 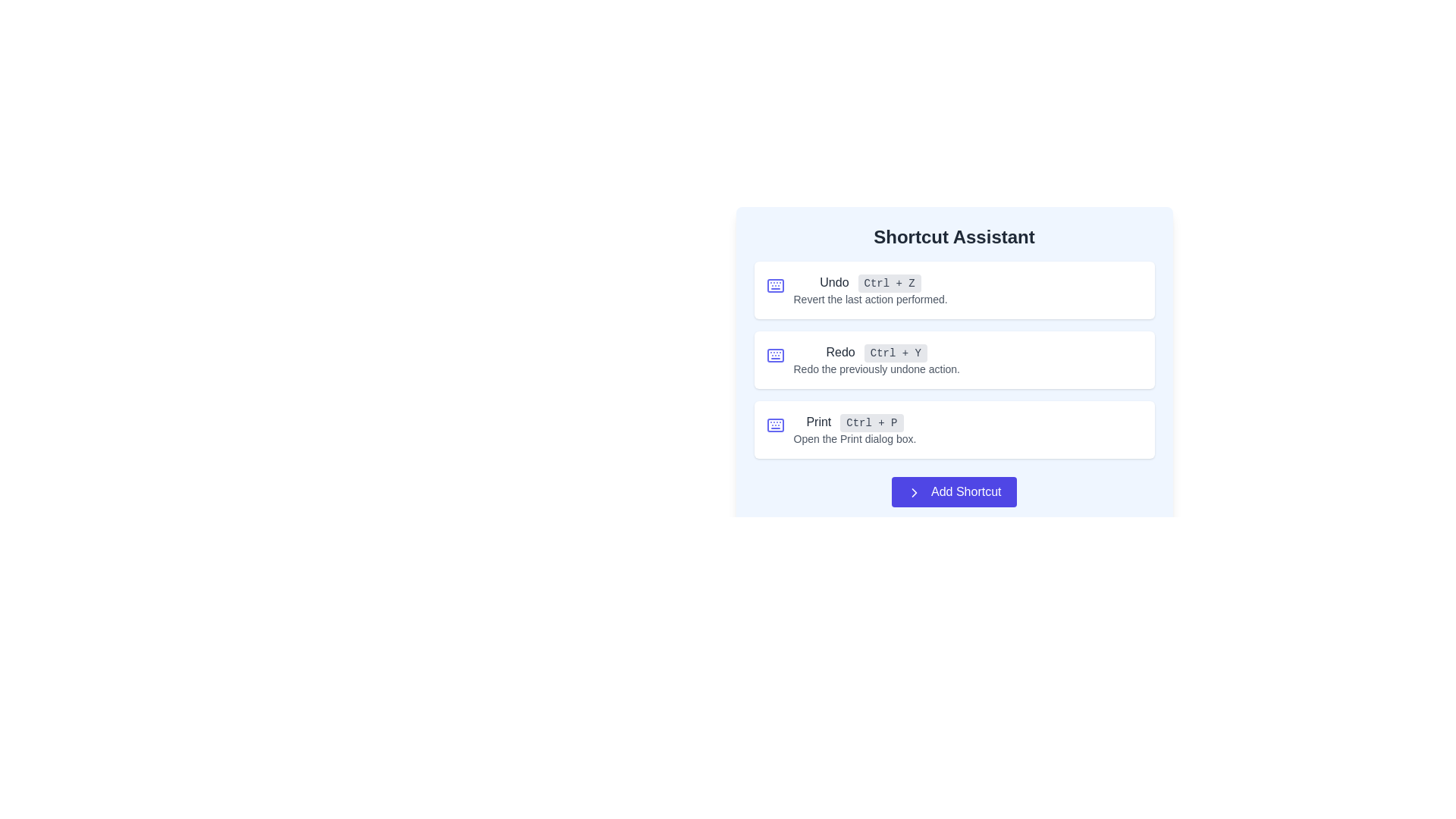 I want to click on the Text Badge displaying the keyboard shortcut 'Ctrl + P', which is located to the right of the word 'Print' in the third row of the vertical list, so click(x=871, y=423).